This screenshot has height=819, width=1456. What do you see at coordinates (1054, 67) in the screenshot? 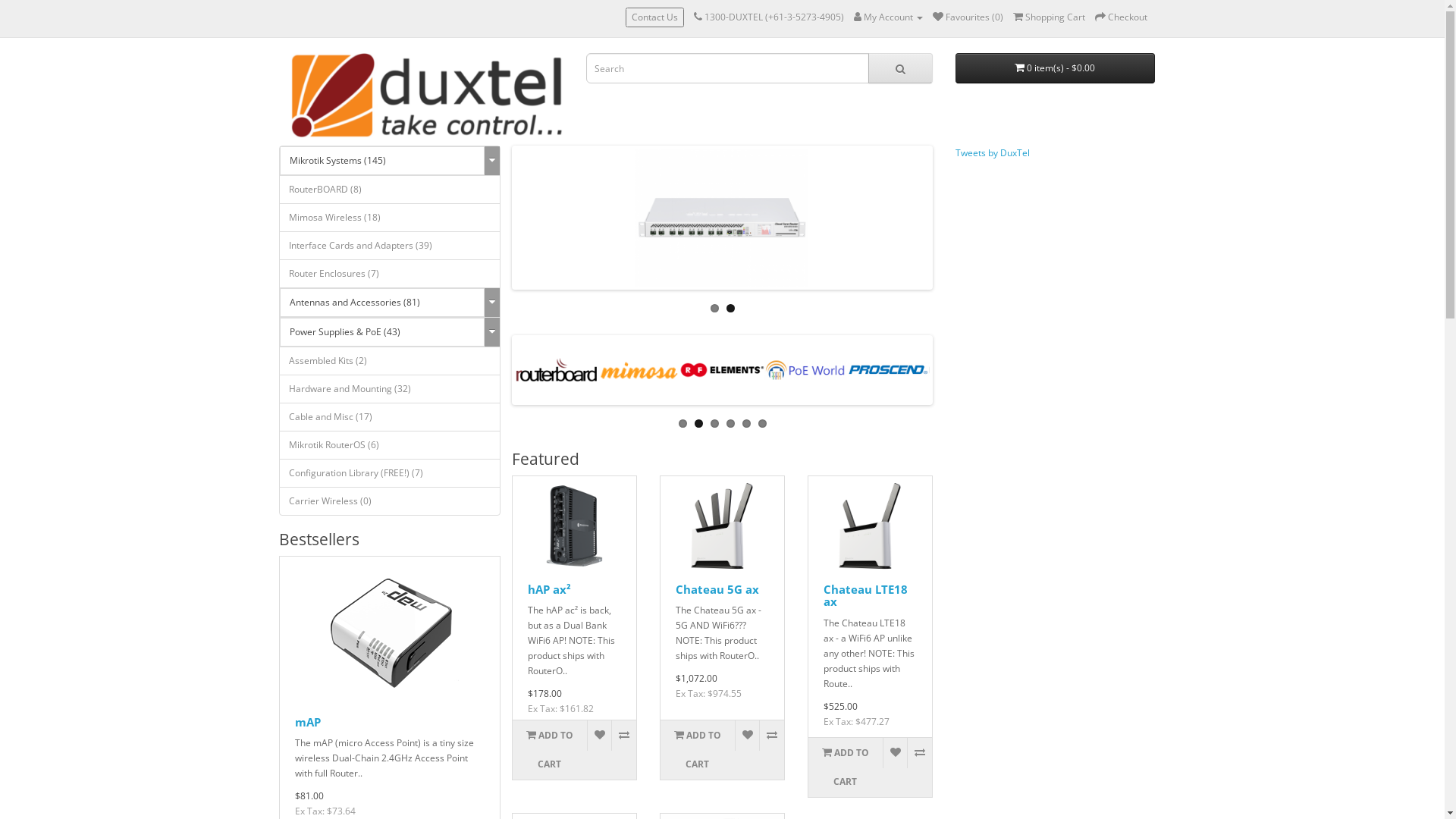
I see `'0 item(s) - $0.00'` at bounding box center [1054, 67].